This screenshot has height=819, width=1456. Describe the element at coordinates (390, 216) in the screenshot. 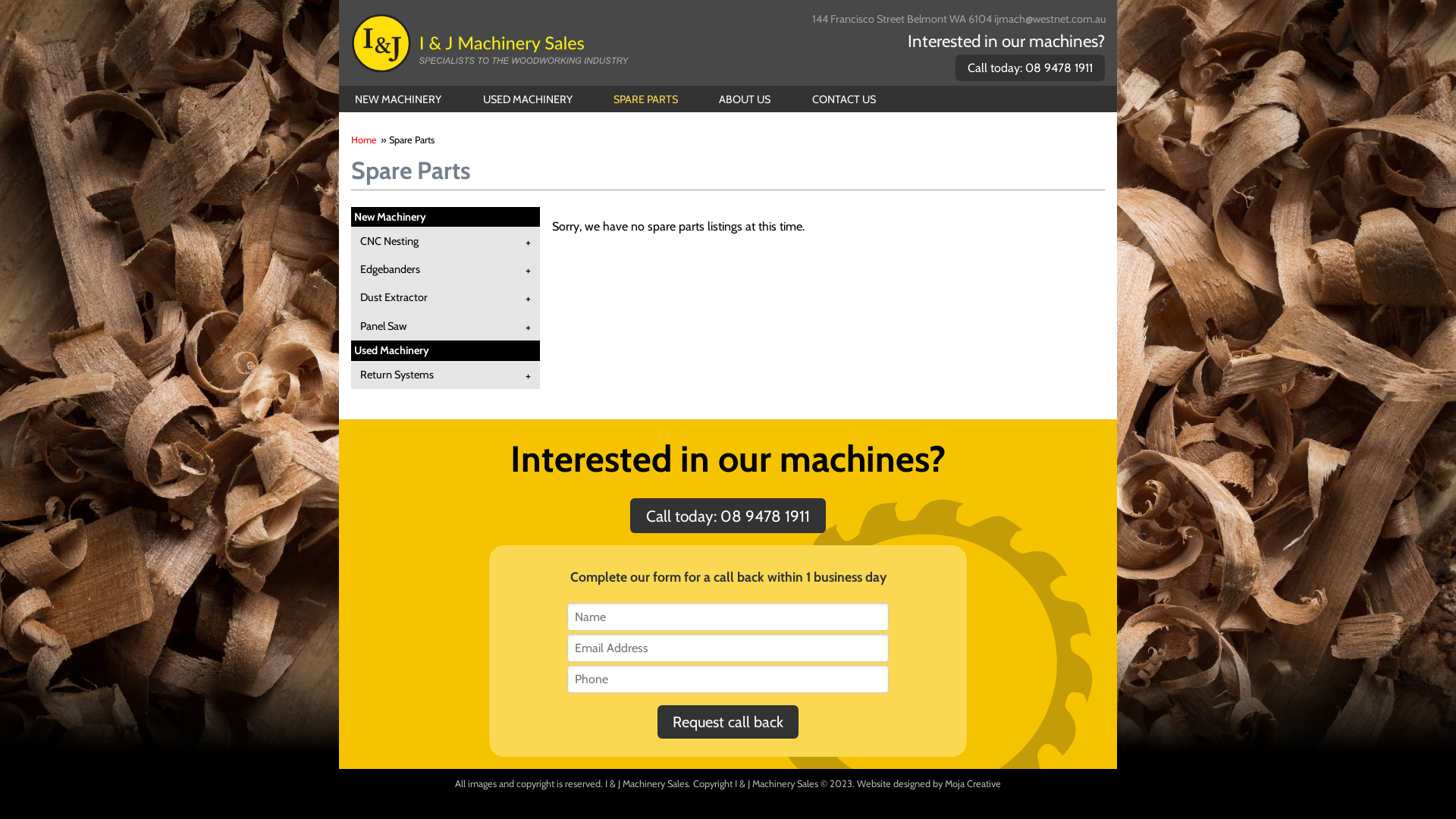

I see `'New Machinery'` at that location.